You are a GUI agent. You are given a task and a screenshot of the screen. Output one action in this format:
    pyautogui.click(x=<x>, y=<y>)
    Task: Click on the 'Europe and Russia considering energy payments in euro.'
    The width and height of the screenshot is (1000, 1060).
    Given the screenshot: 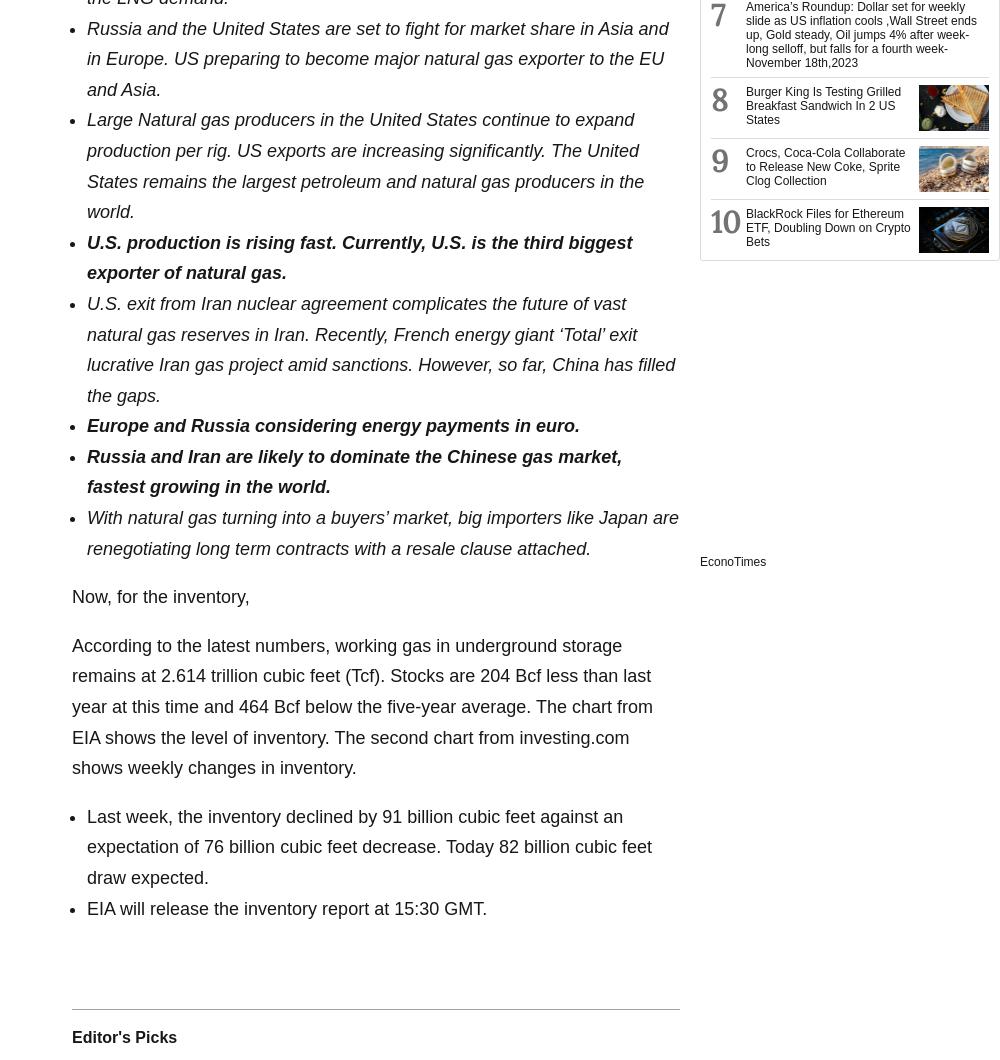 What is the action you would take?
    pyautogui.click(x=332, y=425)
    